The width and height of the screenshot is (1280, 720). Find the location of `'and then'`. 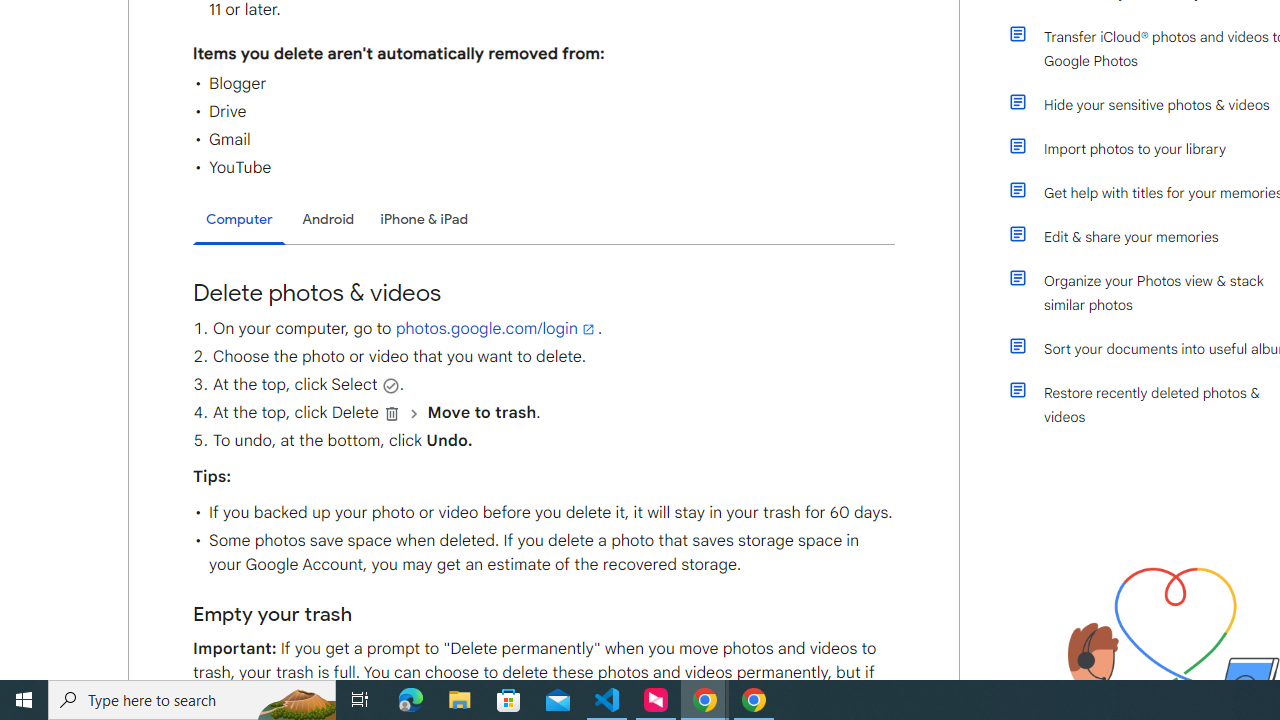

'and then' is located at coordinates (413, 412).